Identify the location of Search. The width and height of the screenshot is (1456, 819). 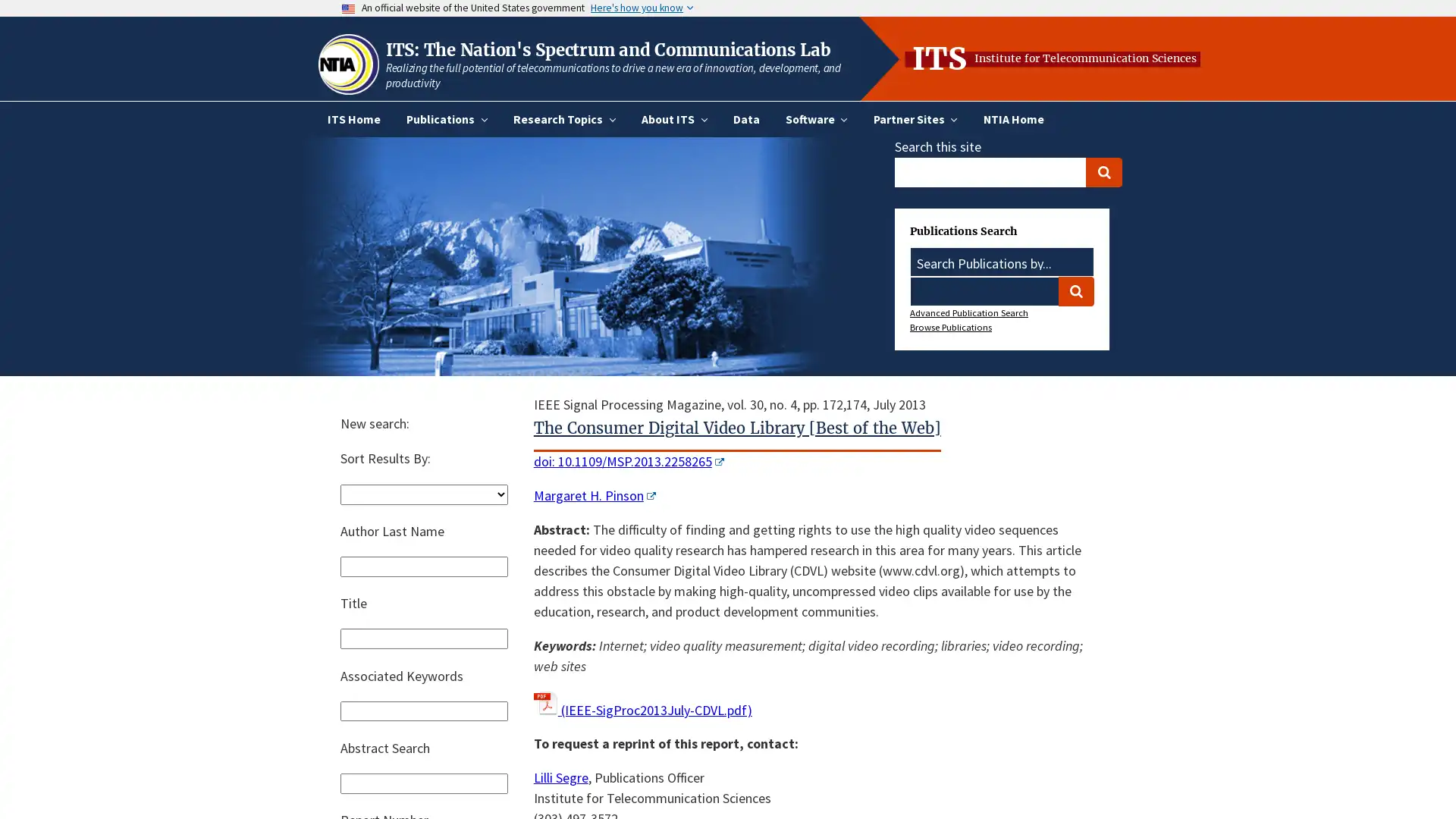
(1075, 291).